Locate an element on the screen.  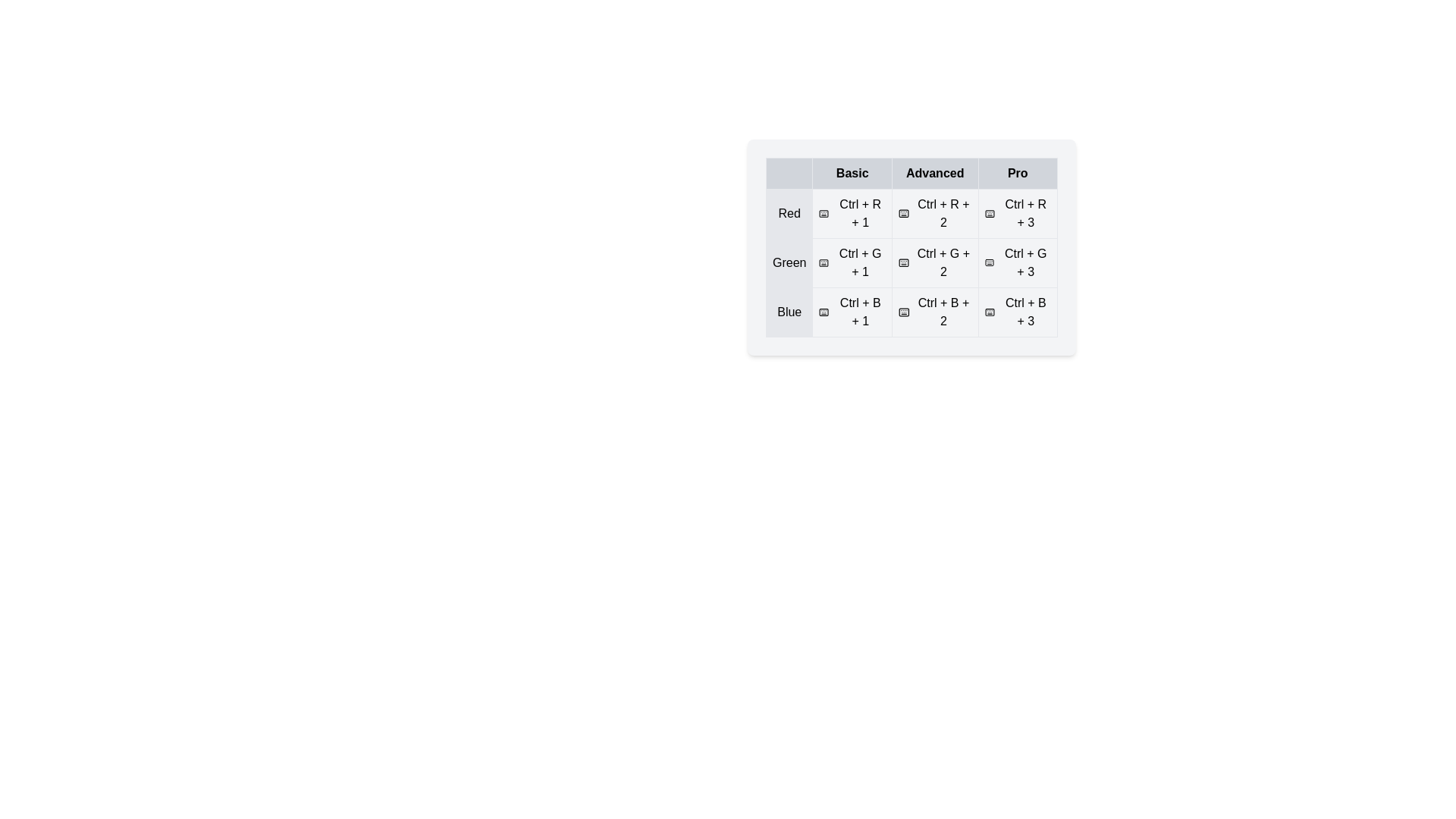
the Text Label with Icon displaying 'Ctrl + G + 3' next to a keyboard icon in the 'Pro' column and 'Green' row of the table is located at coordinates (1018, 262).